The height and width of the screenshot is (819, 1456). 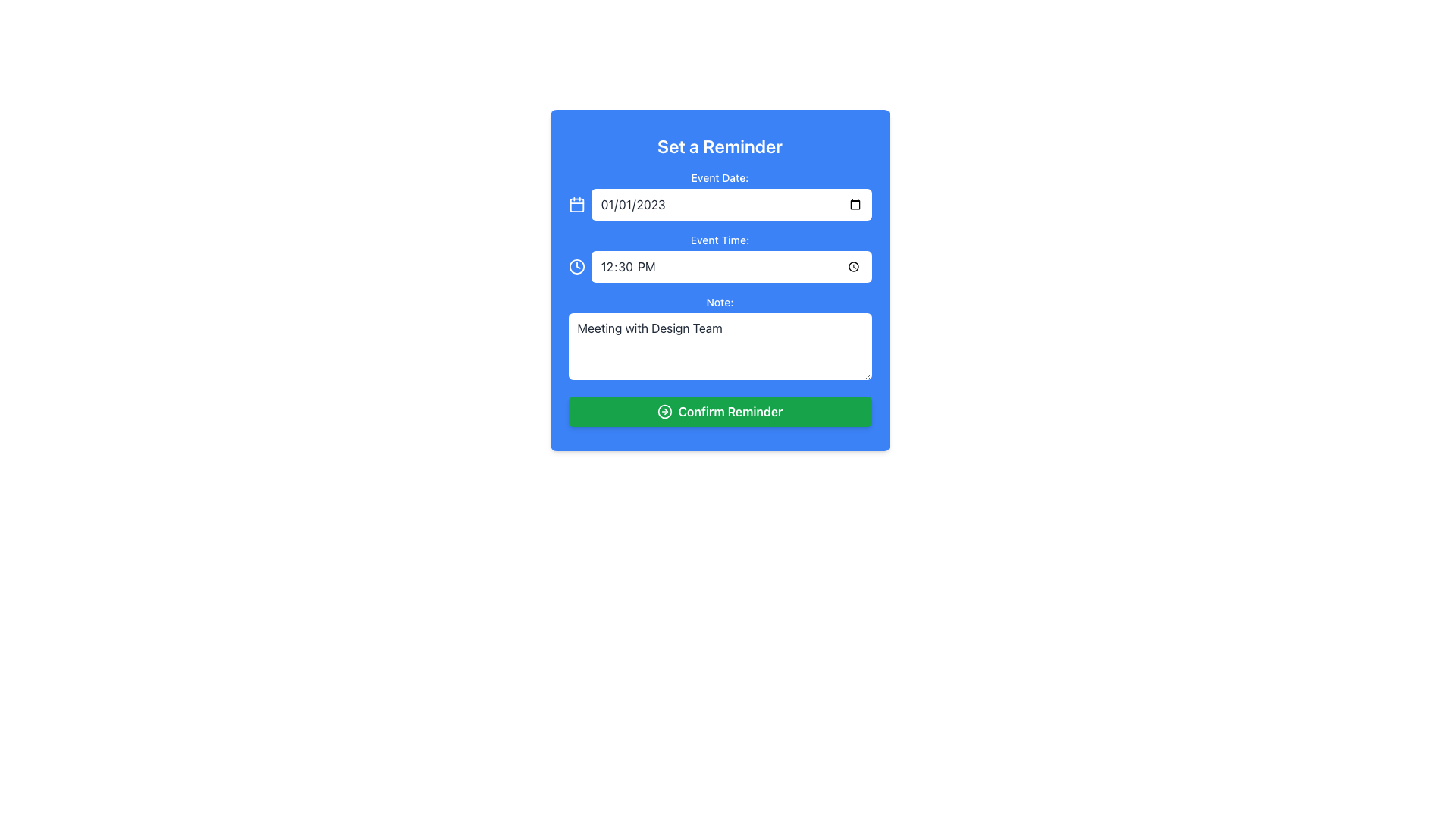 I want to click on the Date Input Field displaying '01/01/2023', so click(x=731, y=205).